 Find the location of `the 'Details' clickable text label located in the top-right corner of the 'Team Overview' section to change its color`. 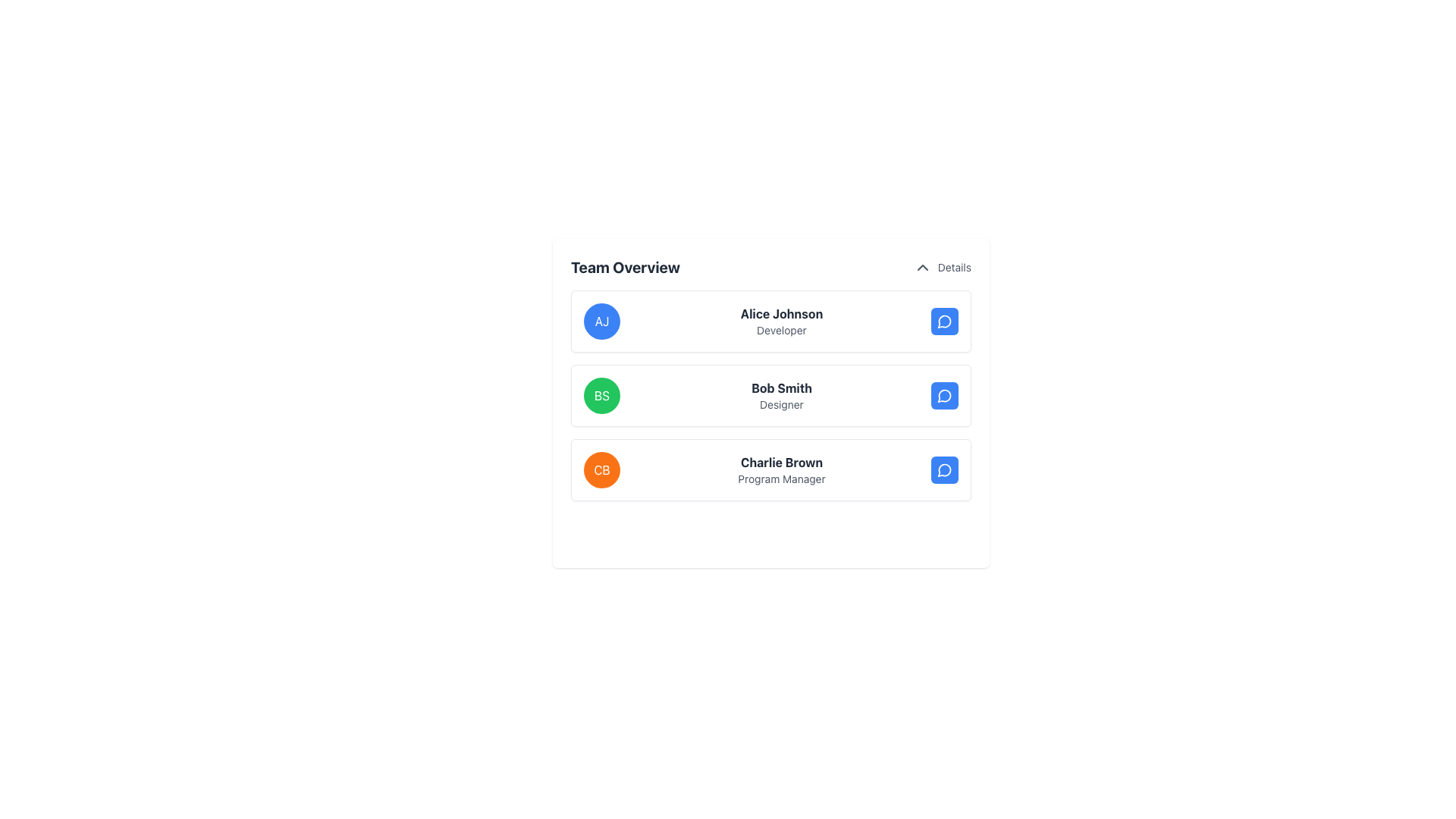

the 'Details' clickable text label located in the top-right corner of the 'Team Overview' section to change its color is located at coordinates (941, 267).